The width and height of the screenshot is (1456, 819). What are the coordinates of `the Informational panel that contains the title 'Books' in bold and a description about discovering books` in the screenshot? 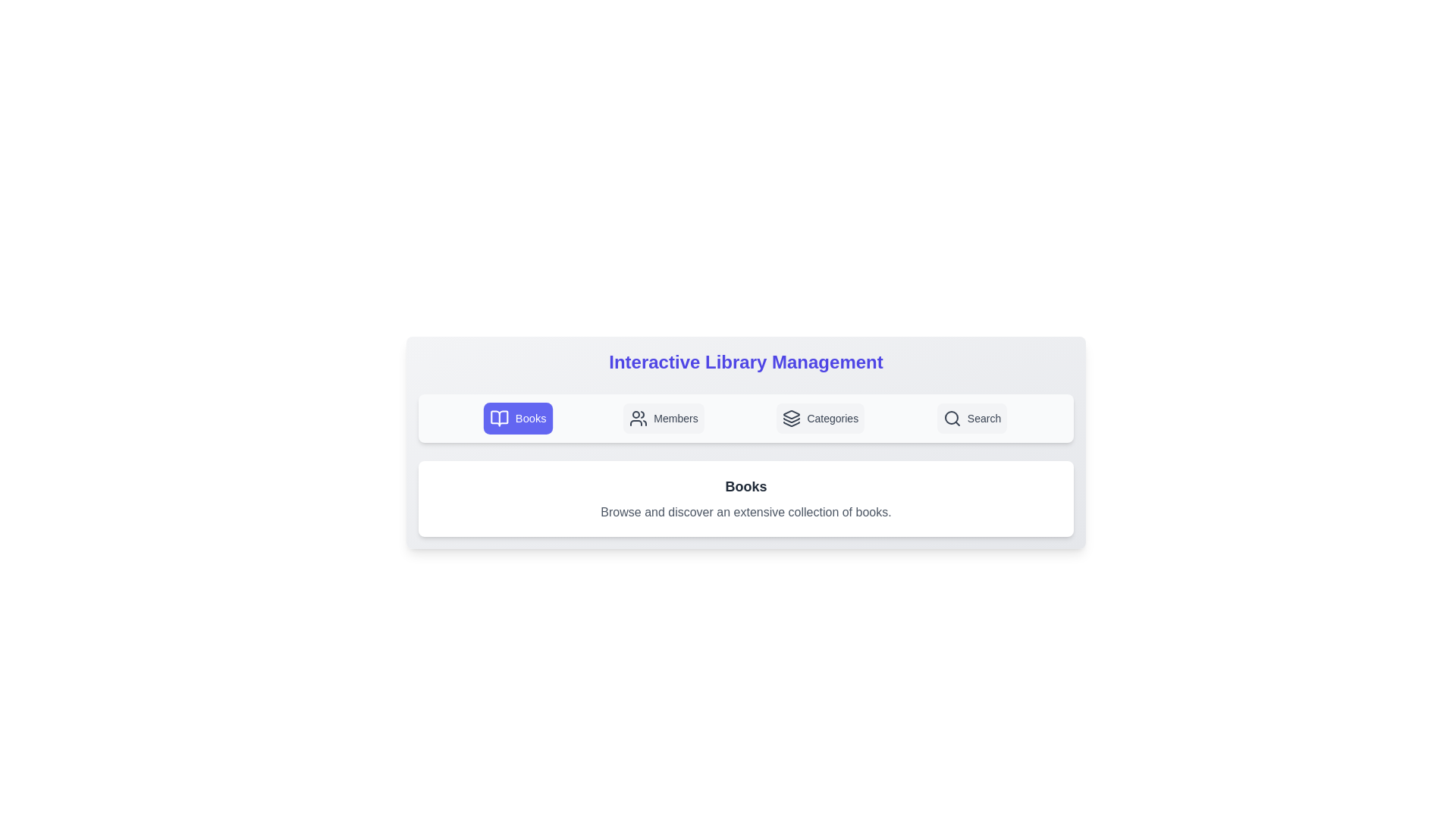 It's located at (745, 499).